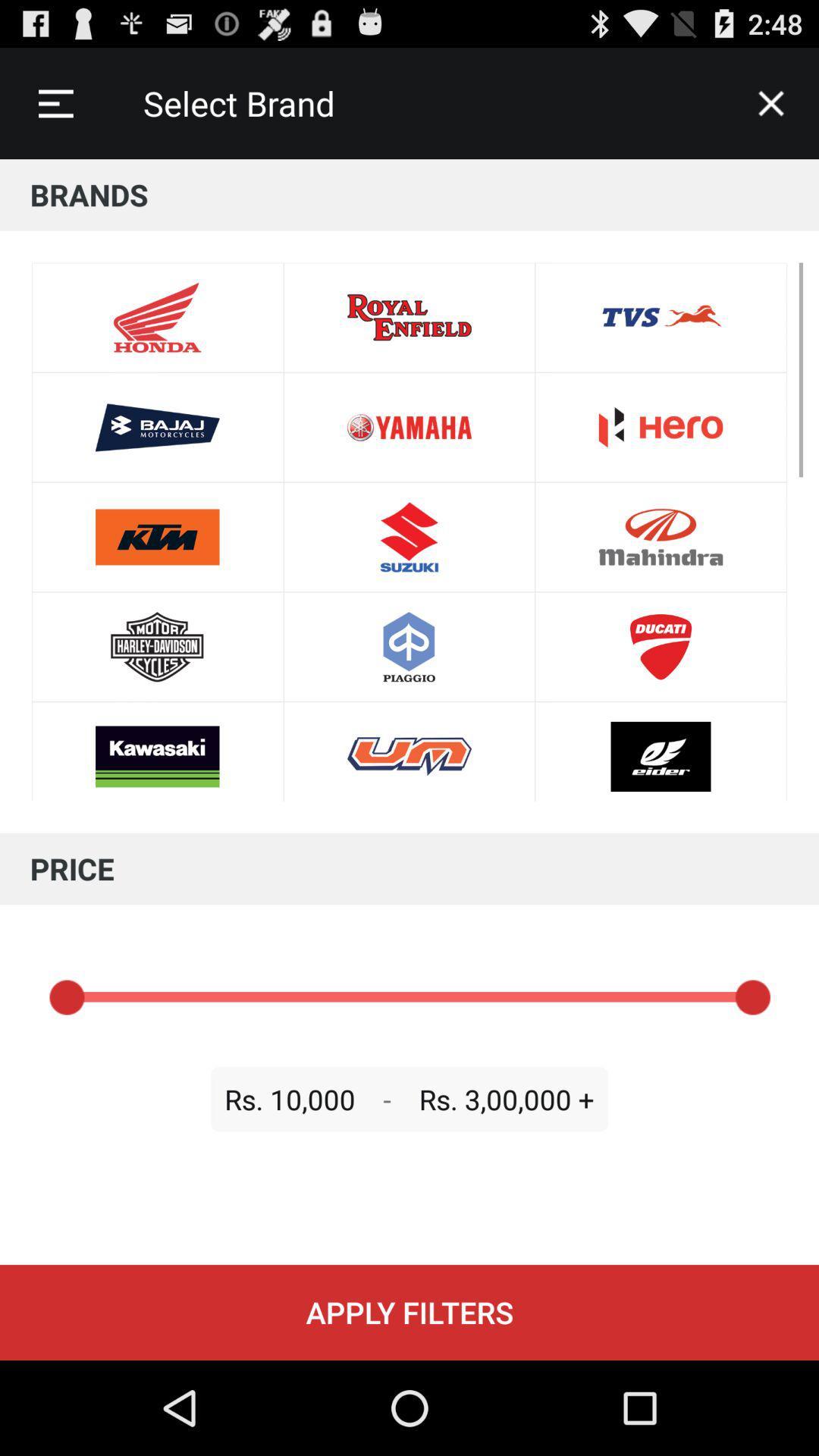 Image resolution: width=819 pixels, height=1456 pixels. Describe the element at coordinates (771, 102) in the screenshot. I see `item to the right of the select brand icon` at that location.